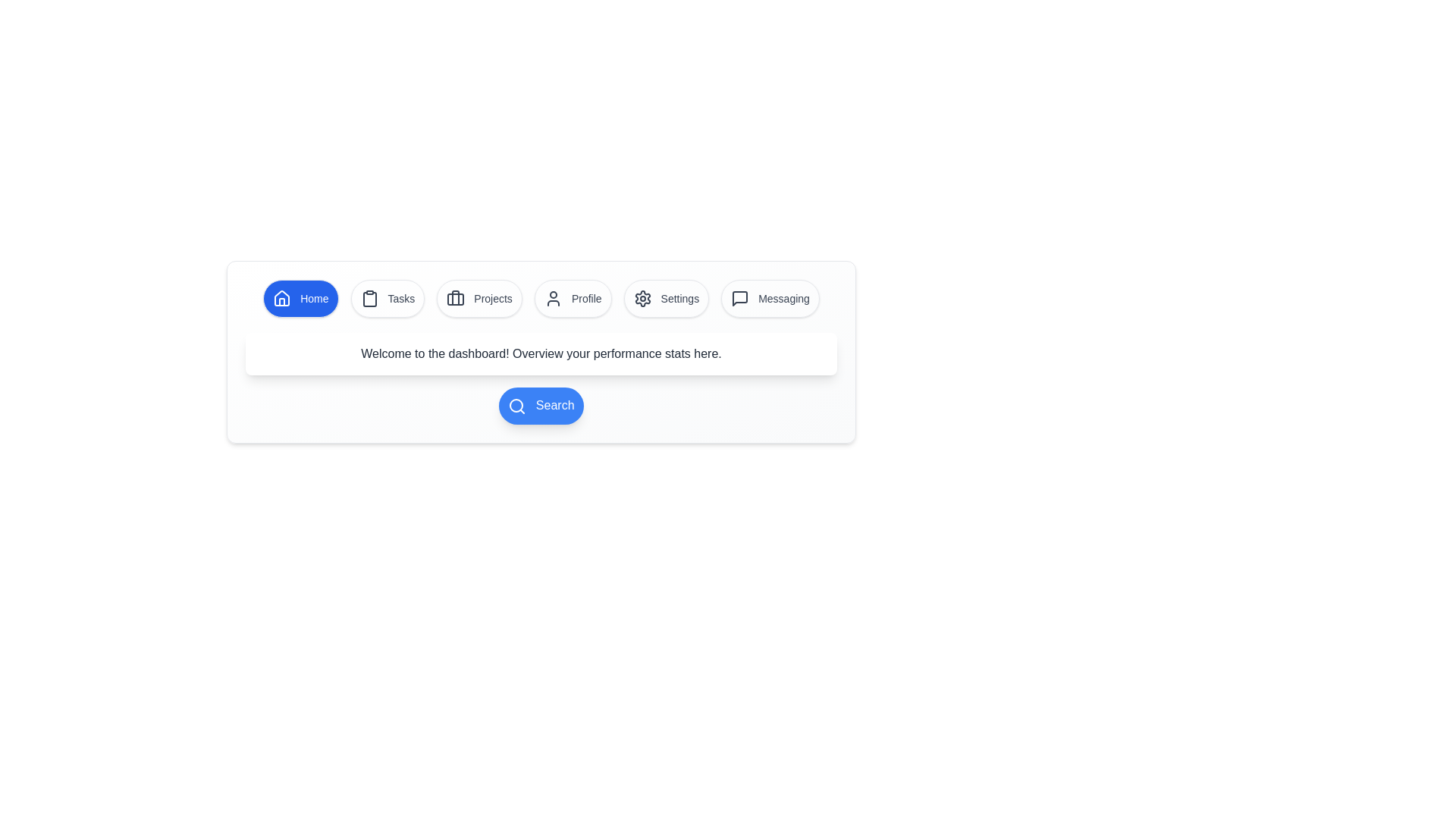 This screenshot has height=819, width=1456. I want to click on the 'Tasks' button, which is a rectangular button with a clipboard icon on the left and dark gray text, located between the 'Home' button and 'Projects' button, so click(388, 298).